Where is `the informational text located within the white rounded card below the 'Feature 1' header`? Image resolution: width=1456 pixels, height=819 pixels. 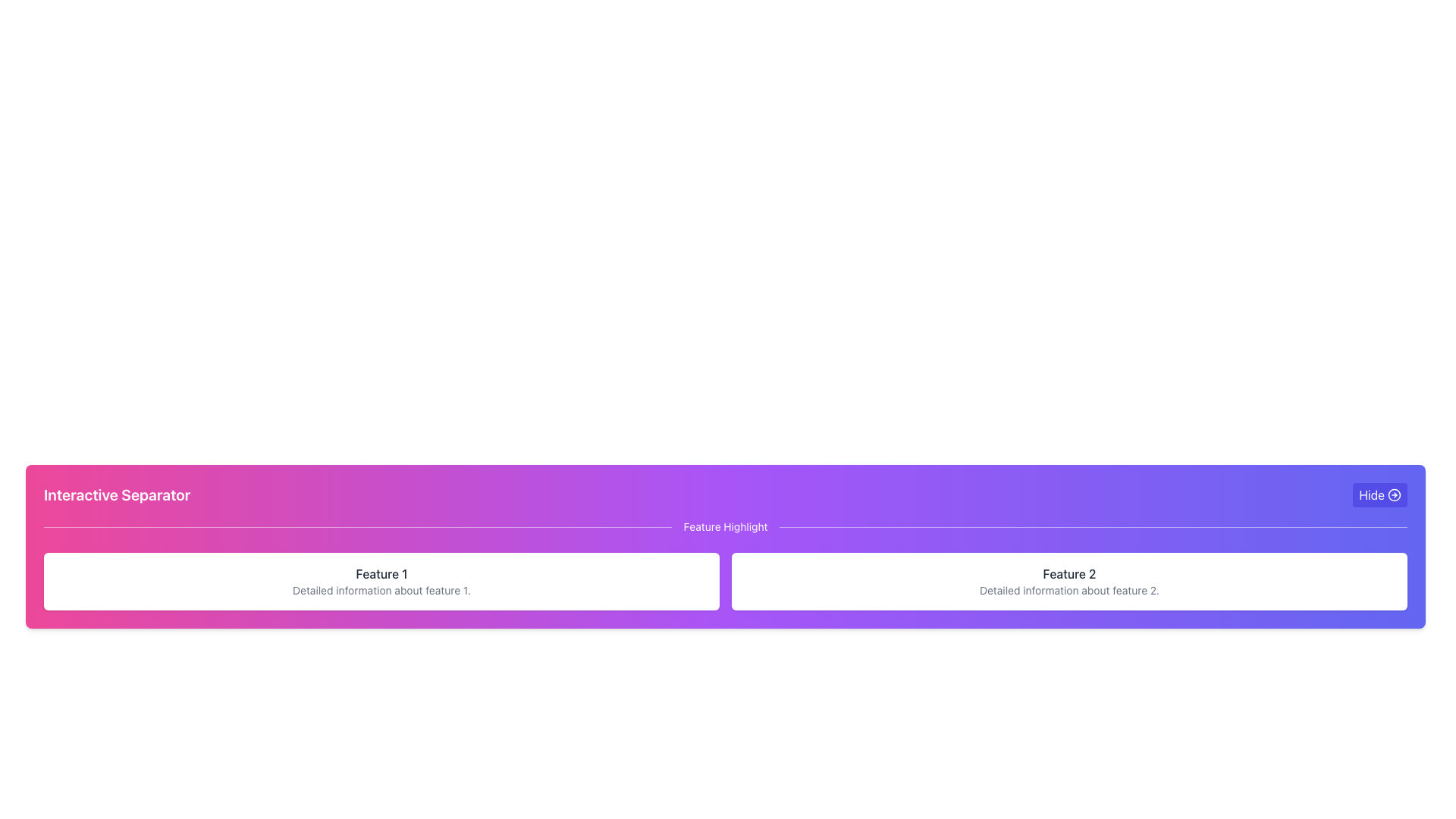
the informational text located within the white rounded card below the 'Feature 1' header is located at coordinates (381, 590).